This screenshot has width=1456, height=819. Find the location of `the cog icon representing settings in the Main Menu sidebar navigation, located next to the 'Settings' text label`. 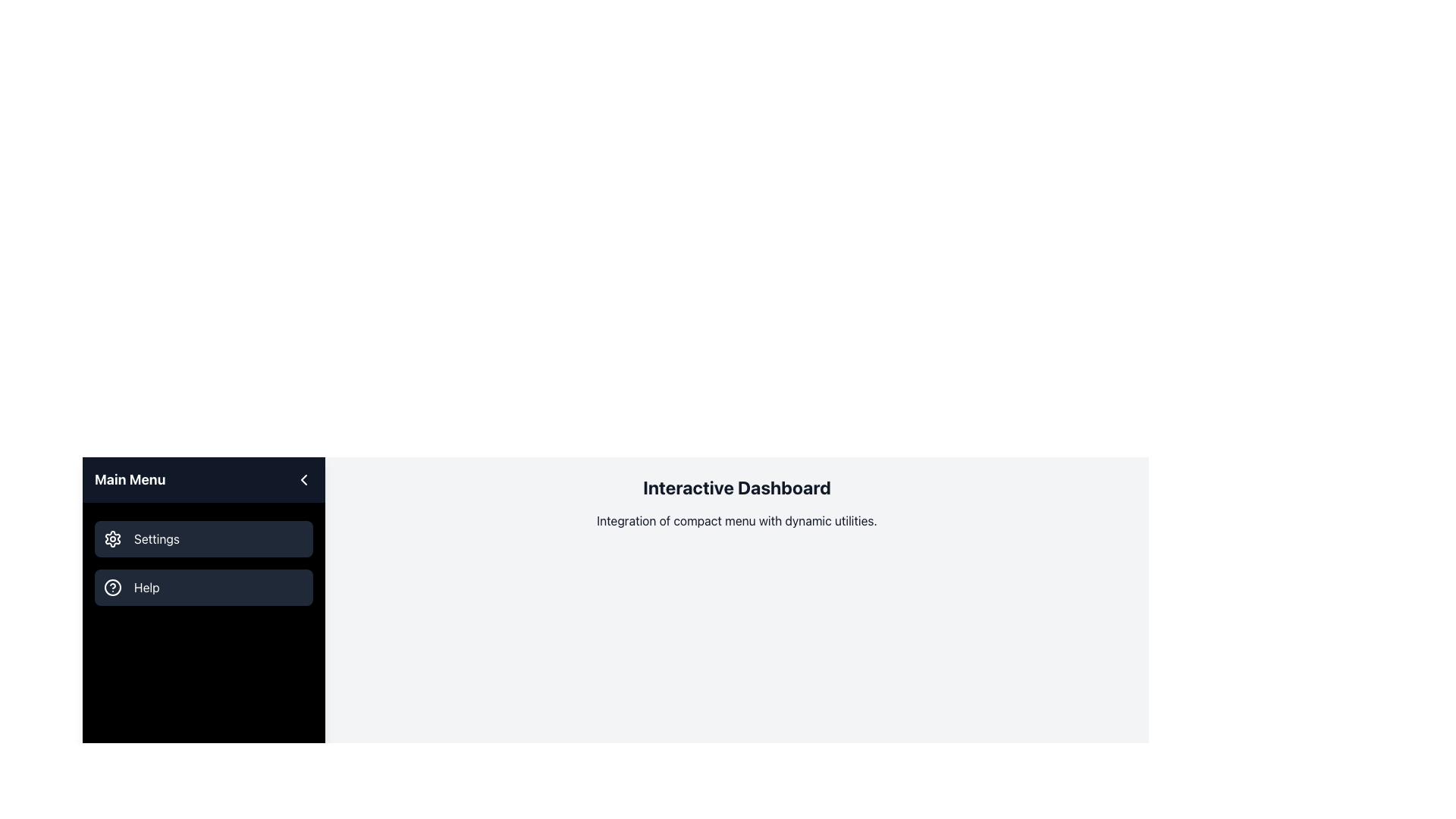

the cog icon representing settings in the Main Menu sidebar navigation, located next to the 'Settings' text label is located at coordinates (111, 538).